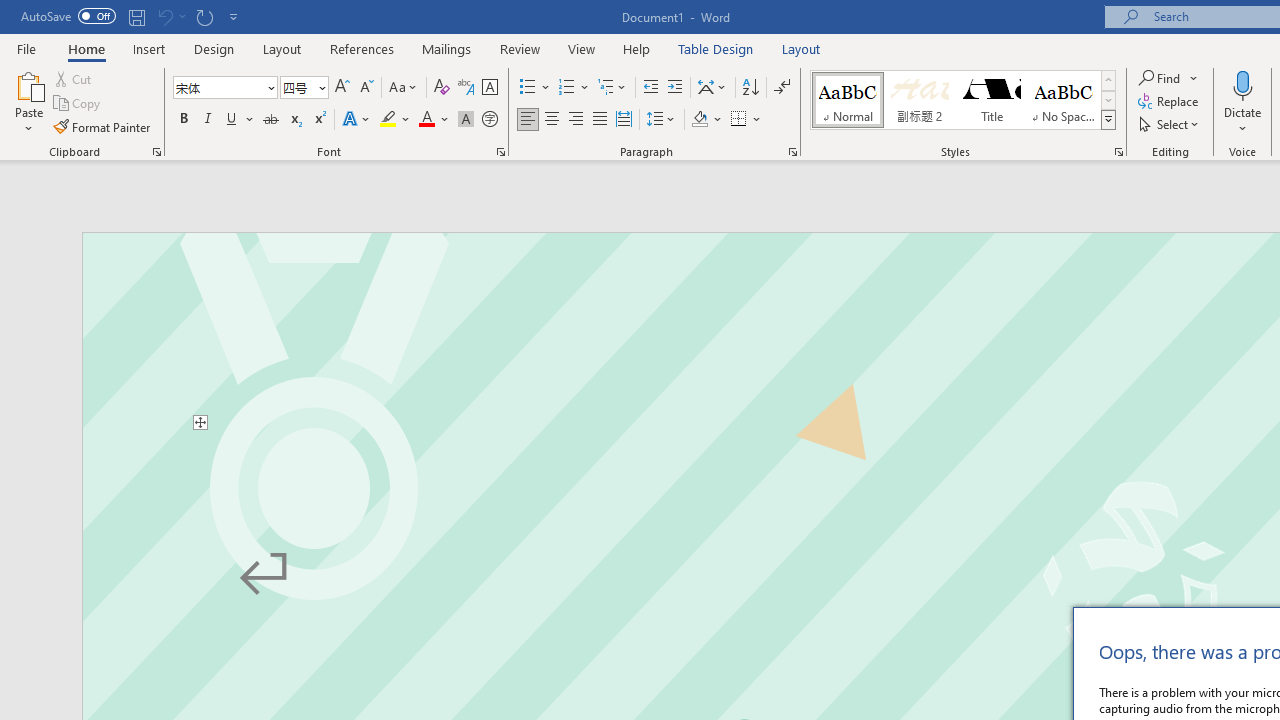 The image size is (1280, 720). Describe the element at coordinates (425, 119) in the screenshot. I see `'Font Color Red'` at that location.